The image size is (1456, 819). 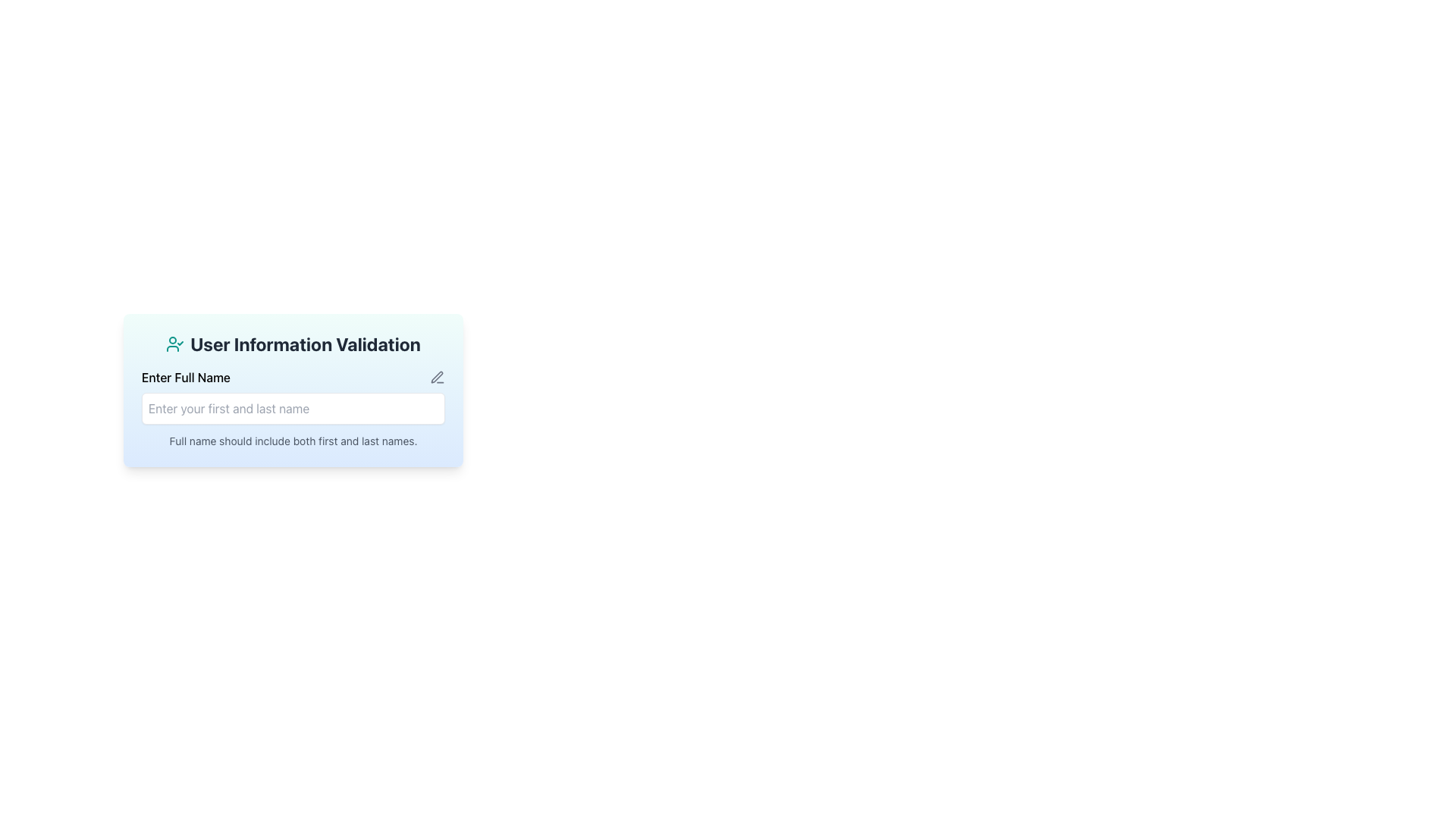 What do you see at coordinates (175, 344) in the screenshot?
I see `the user avatar icon with a teal color and checkmark, which indicates a validated user, located next to the 'User Information Validation' header` at bounding box center [175, 344].